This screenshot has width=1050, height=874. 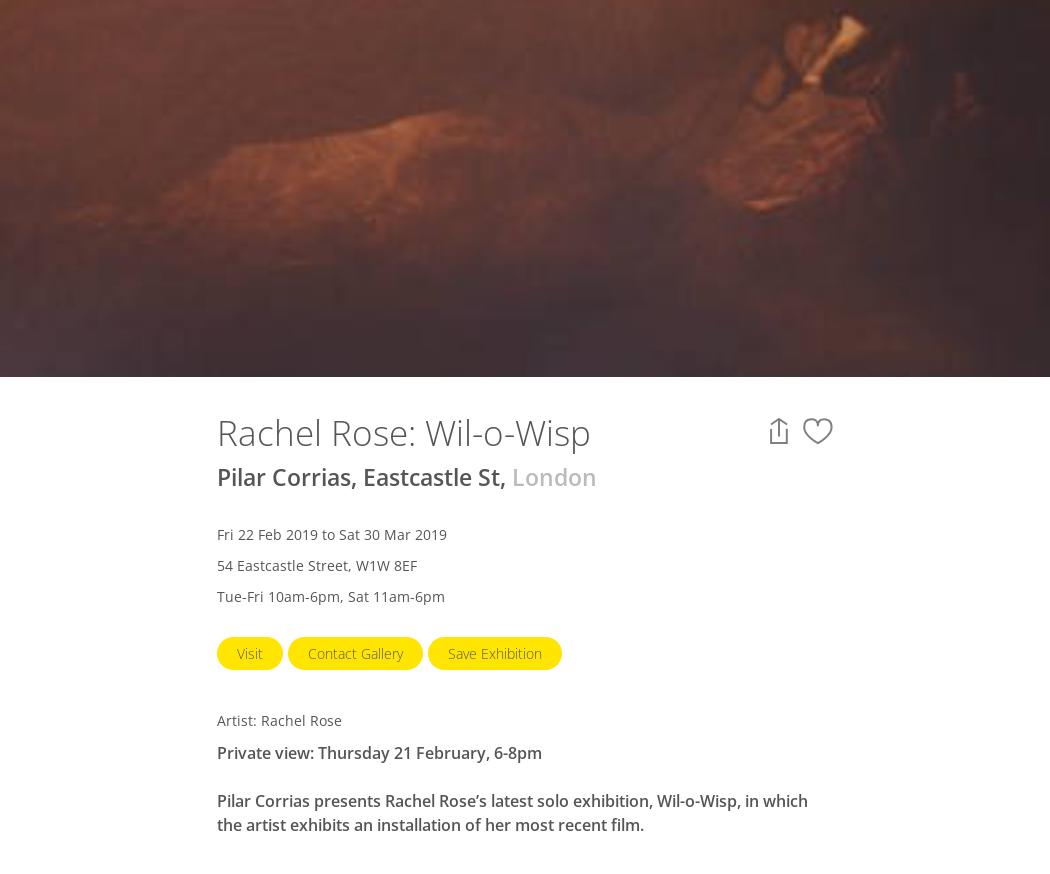 I want to click on 'Pilar Corrias presents Rachel Rose’s latest solo exhibition, Wil-o-Wisp, in which the artist exhibits an installation of her most recent film.', so click(x=510, y=812).